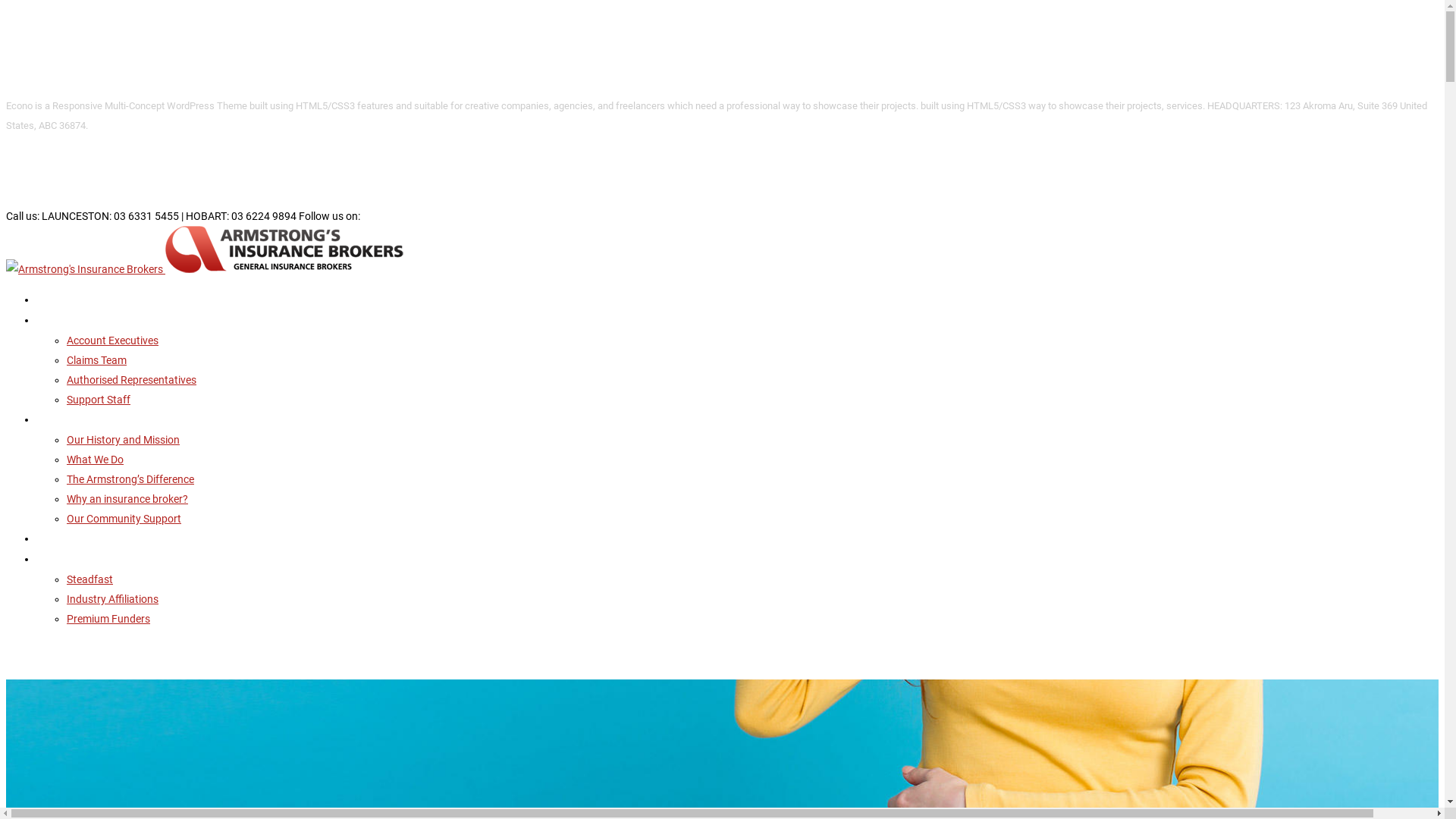  Describe the element at coordinates (65, 439) in the screenshot. I see `'Our History and Mission'` at that location.